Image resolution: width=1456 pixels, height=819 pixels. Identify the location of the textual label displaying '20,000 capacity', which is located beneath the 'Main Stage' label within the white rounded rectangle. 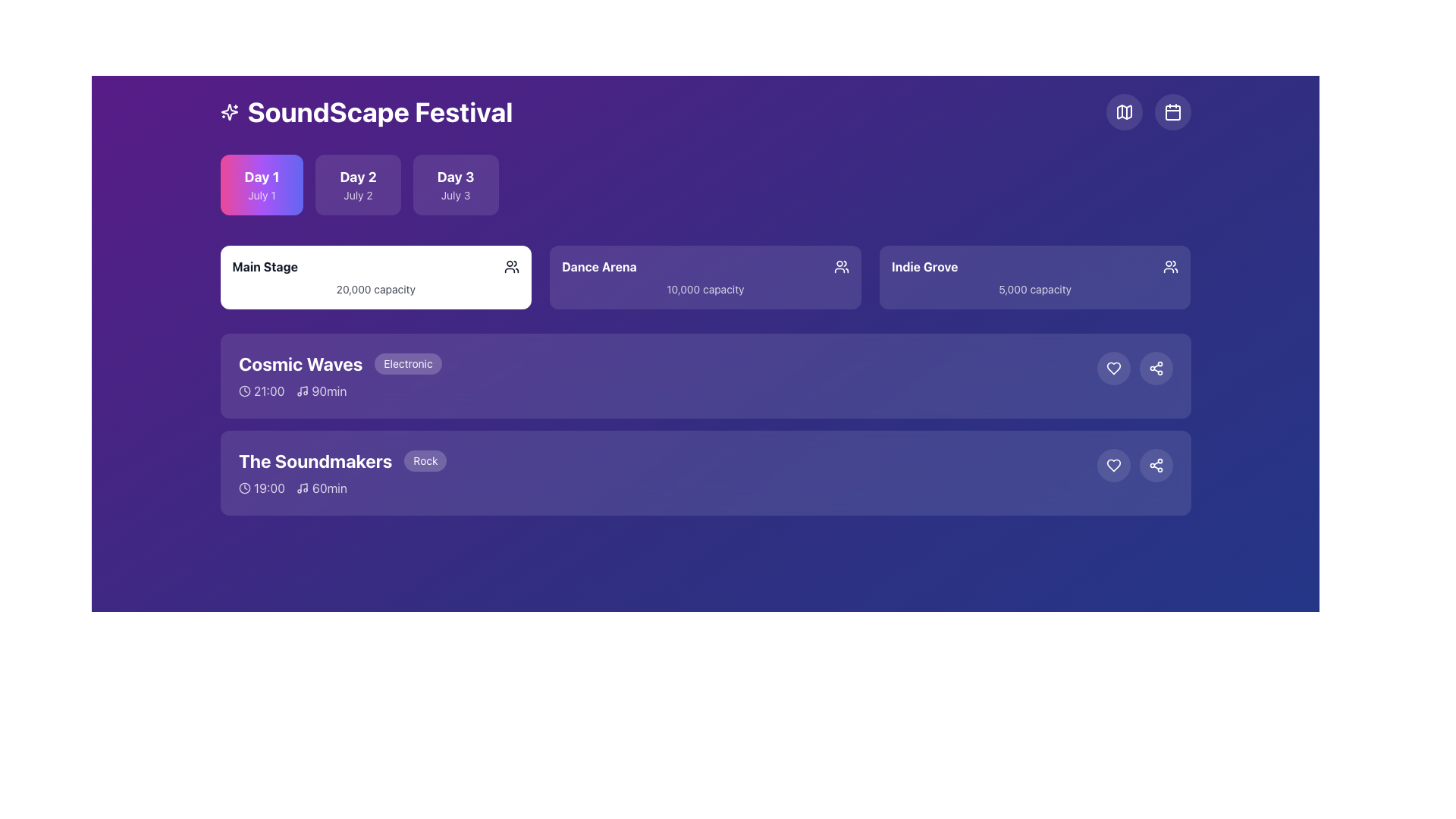
(375, 289).